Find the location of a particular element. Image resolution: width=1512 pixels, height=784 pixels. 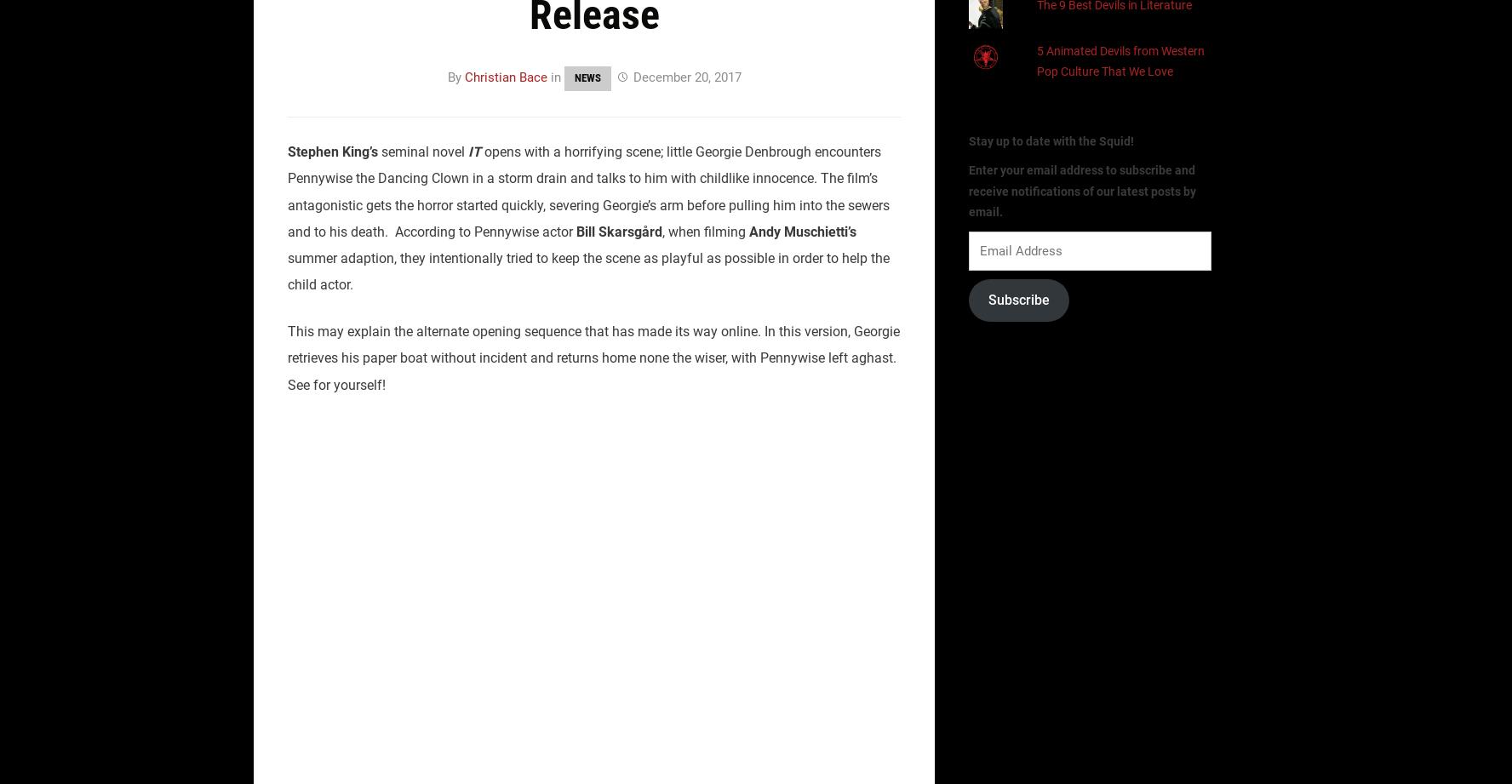

'Stephen' is located at coordinates (312, 151).